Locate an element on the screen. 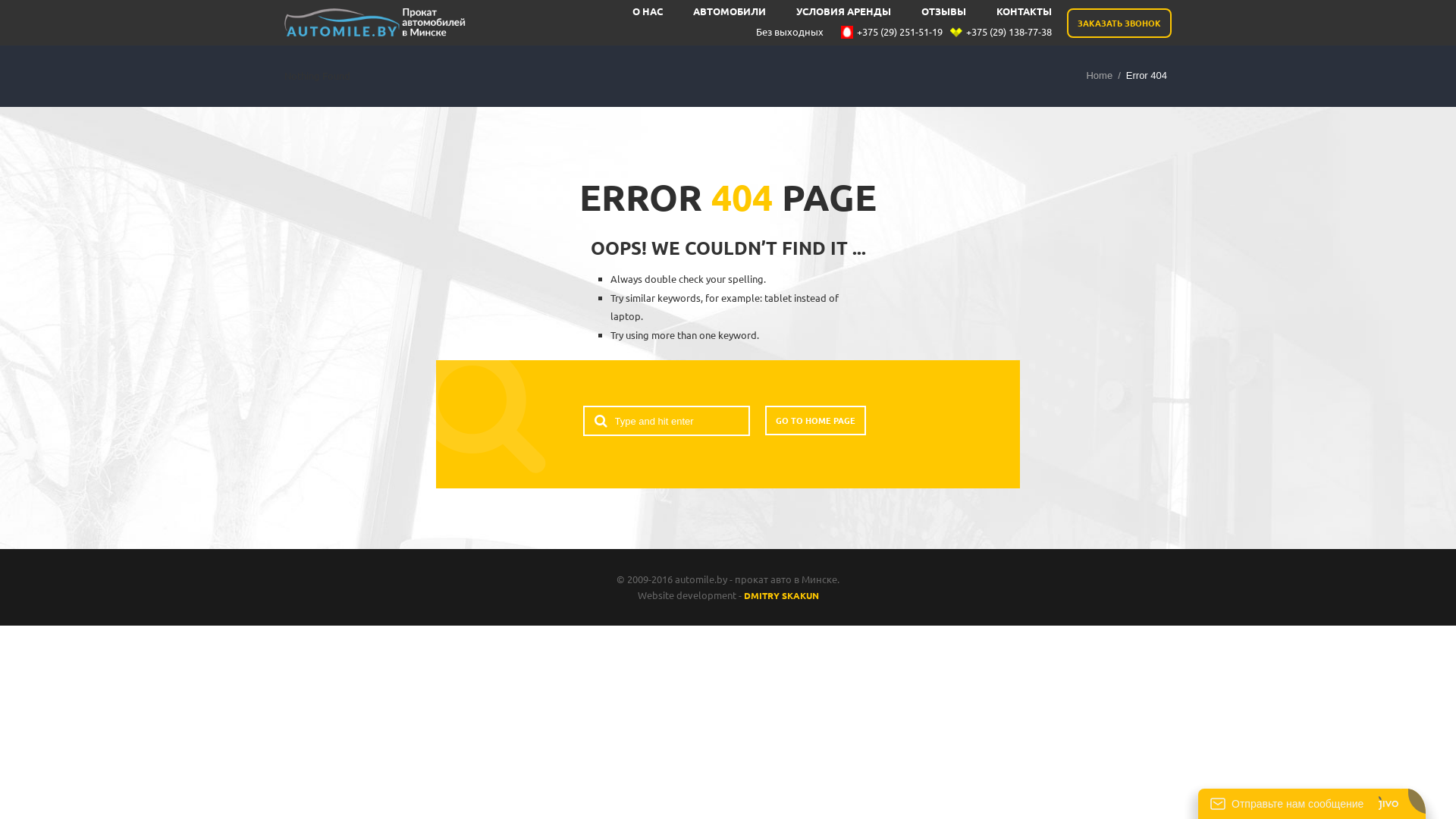  'DMITRY SKAKUN' is located at coordinates (780, 595).